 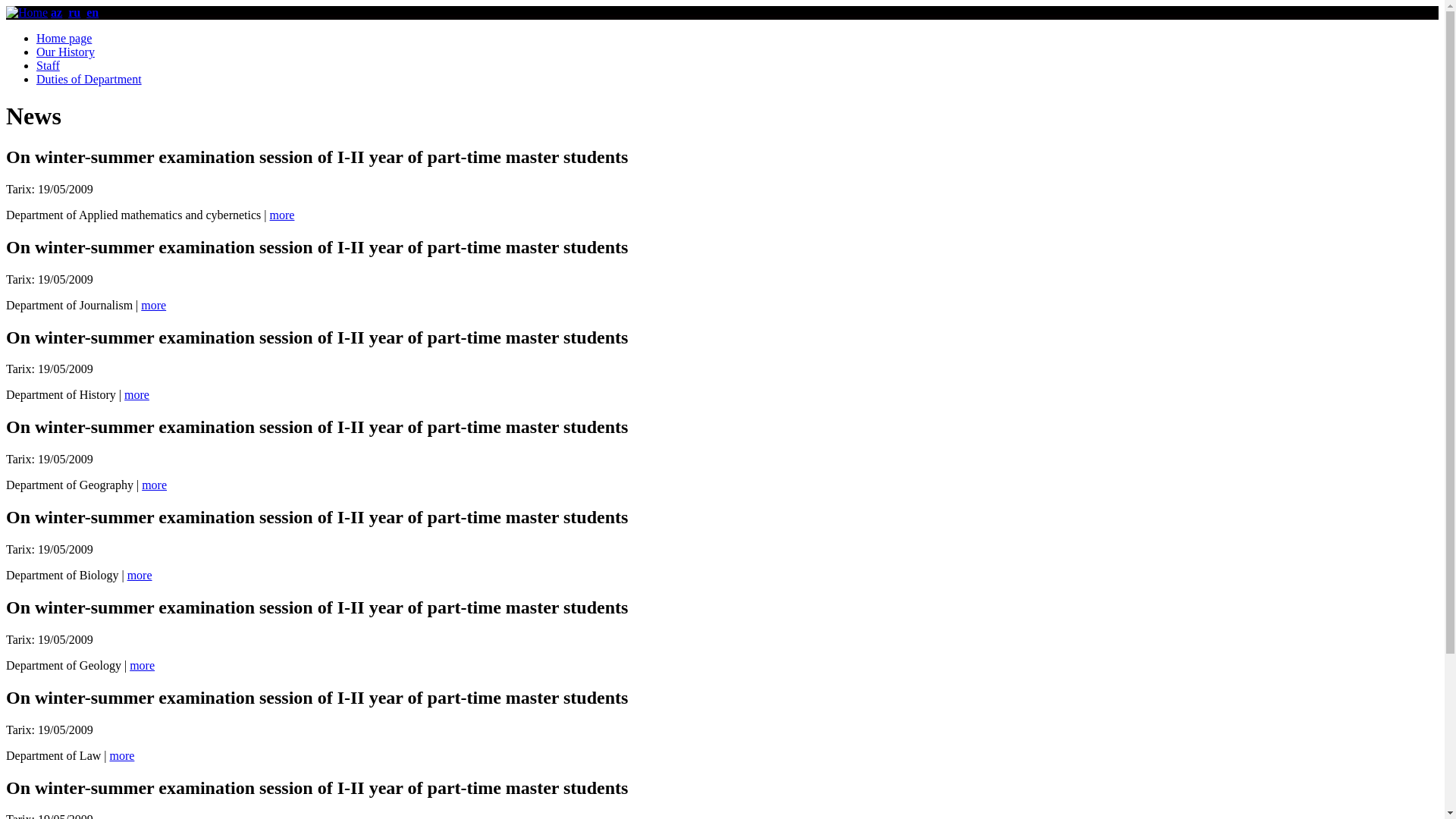 I want to click on 'Duties of Department', so click(x=88, y=79).